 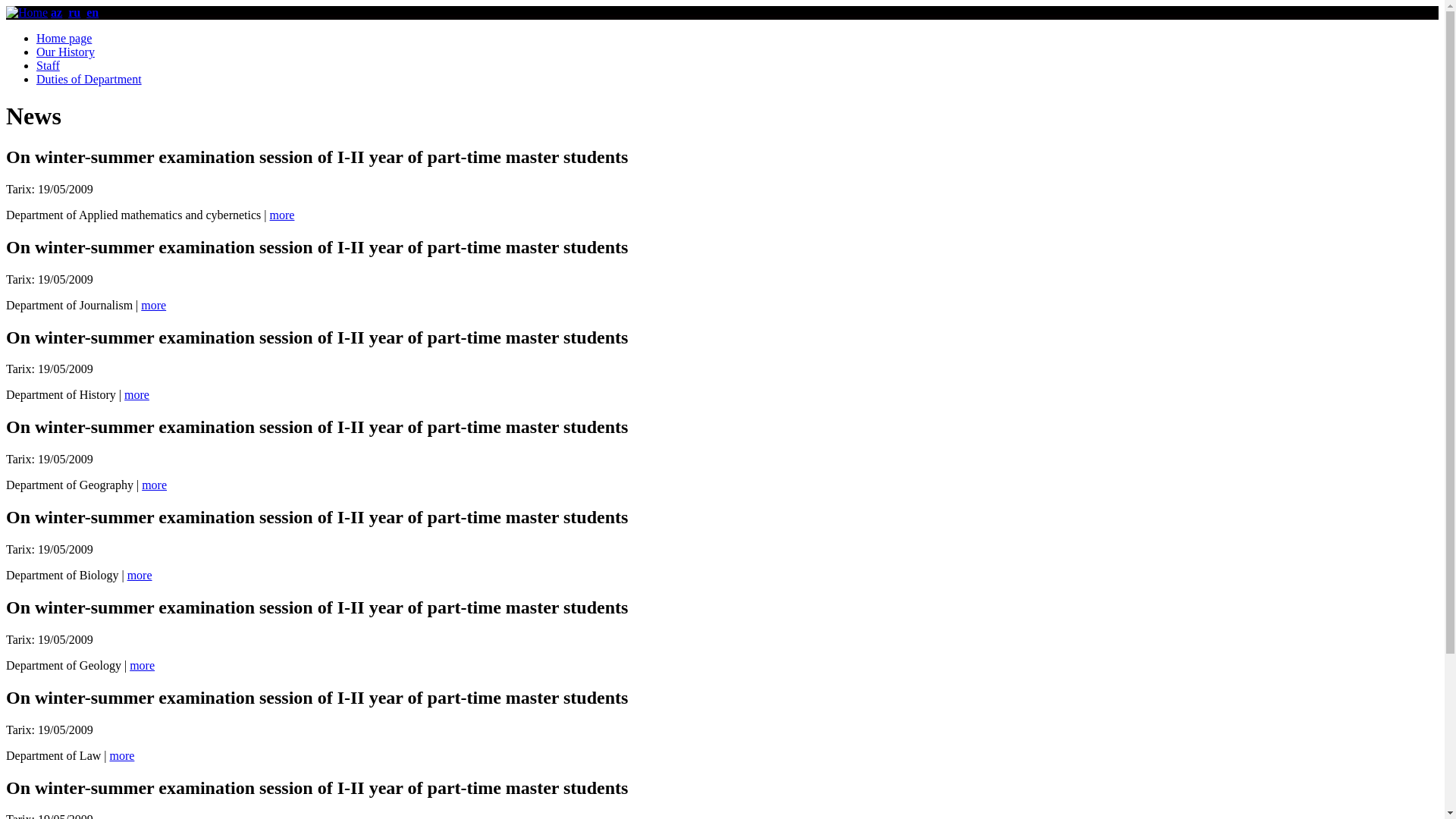 I want to click on 'Duties of Department', so click(x=88, y=79).